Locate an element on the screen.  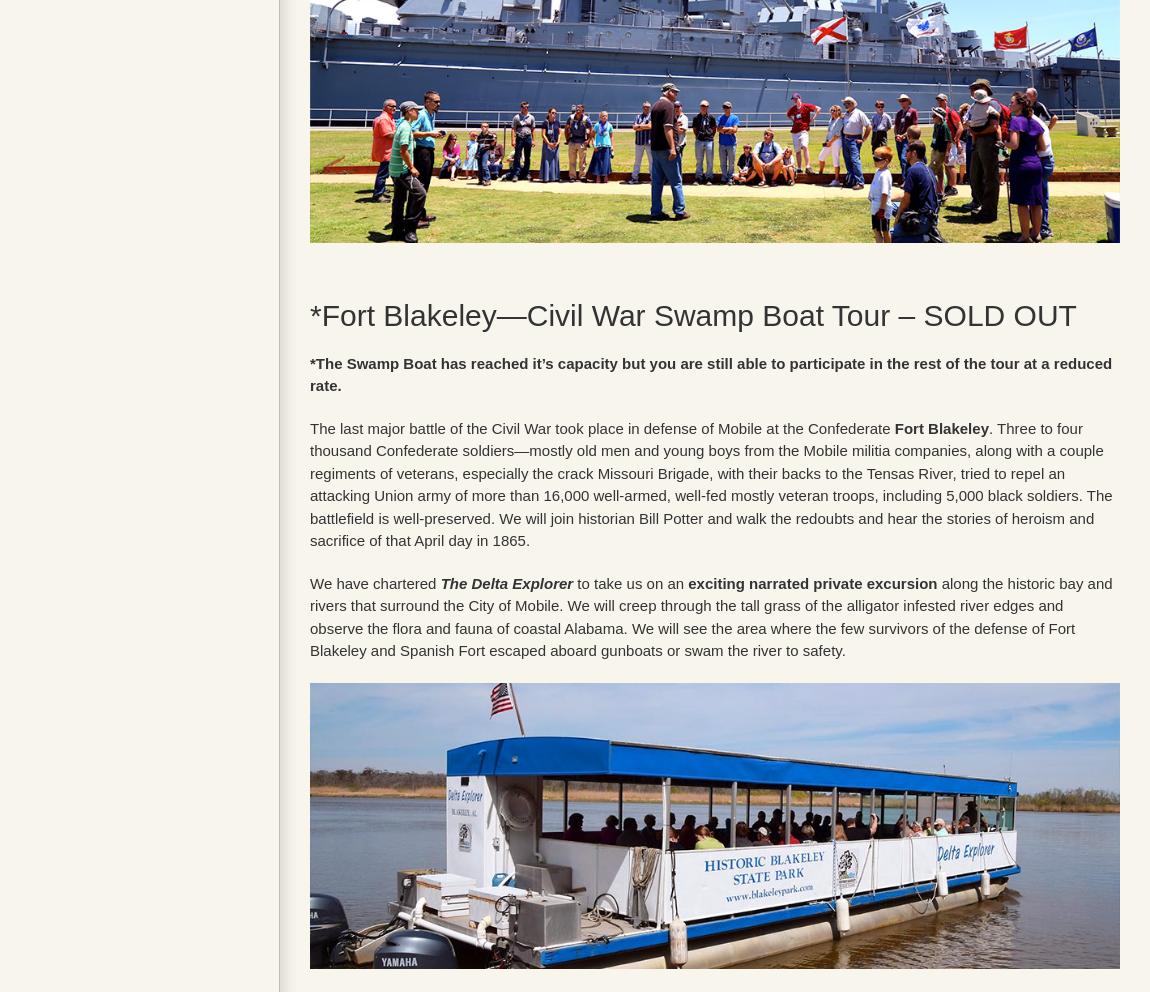
'We have chartered' is located at coordinates (310, 581).